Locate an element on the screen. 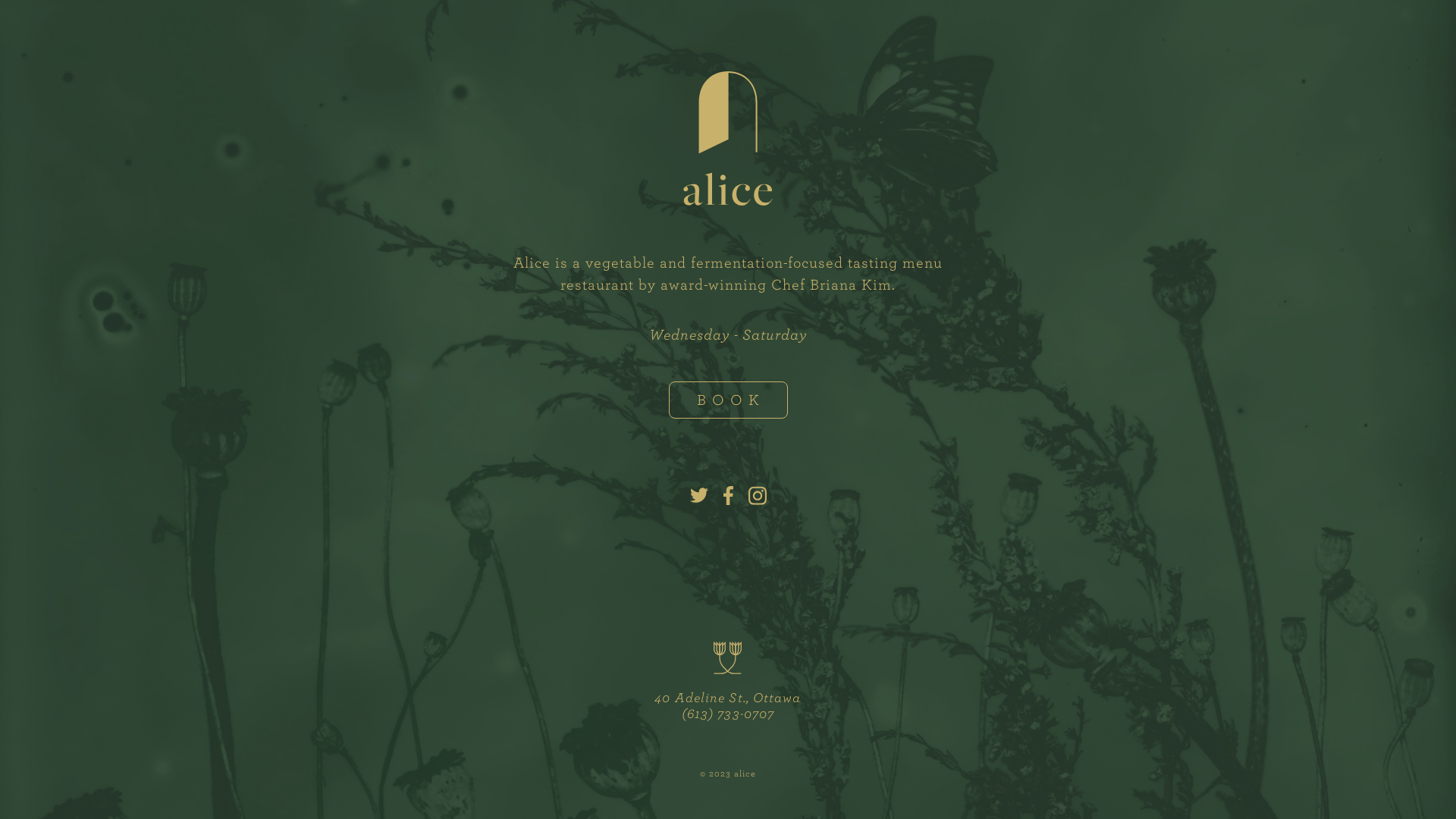 This screenshot has height=819, width=1456. 'BOOK' is located at coordinates (728, 399).